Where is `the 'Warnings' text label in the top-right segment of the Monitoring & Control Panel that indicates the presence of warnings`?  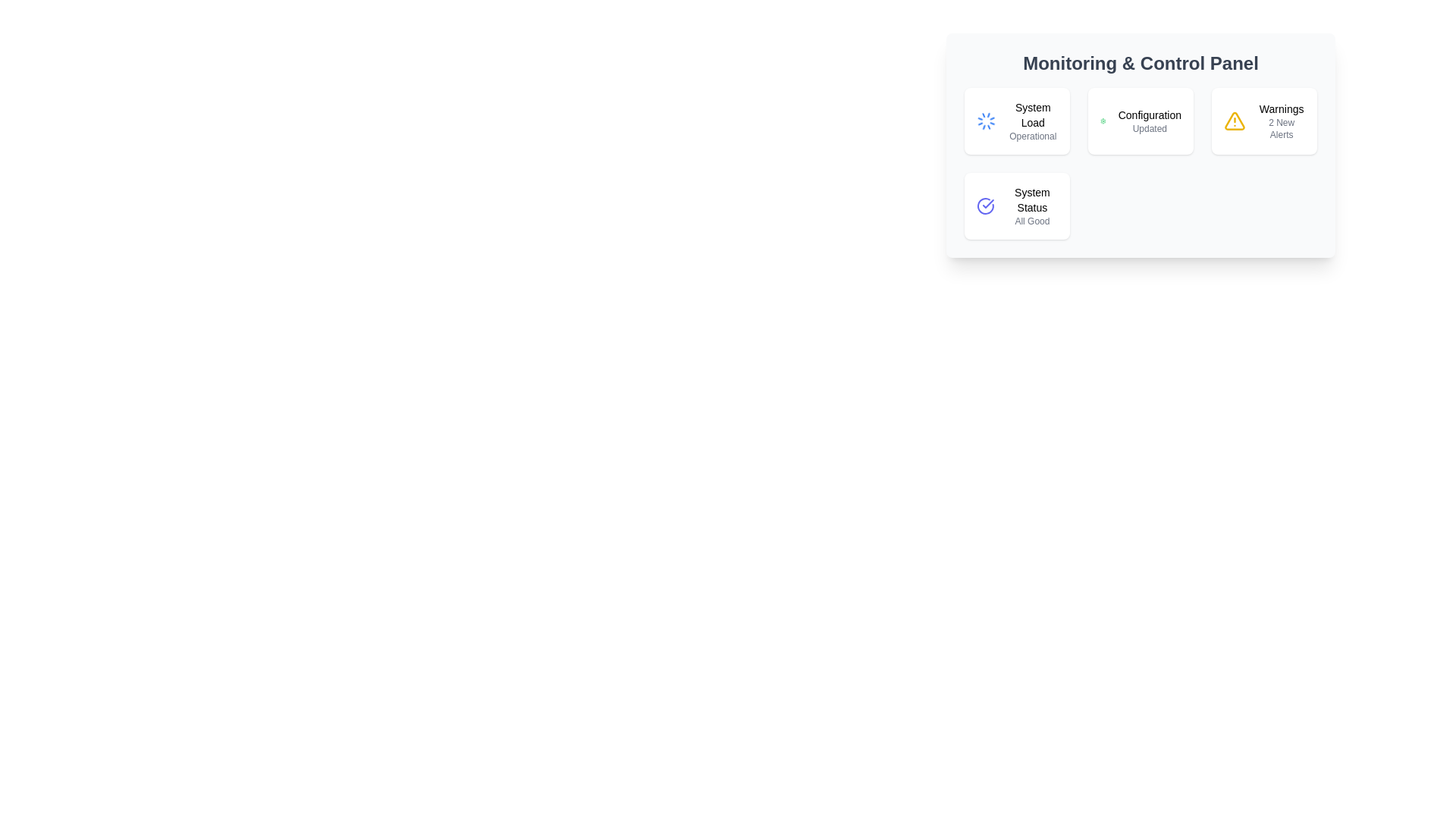 the 'Warnings' text label in the top-right segment of the Monitoring & Control Panel that indicates the presence of warnings is located at coordinates (1281, 108).